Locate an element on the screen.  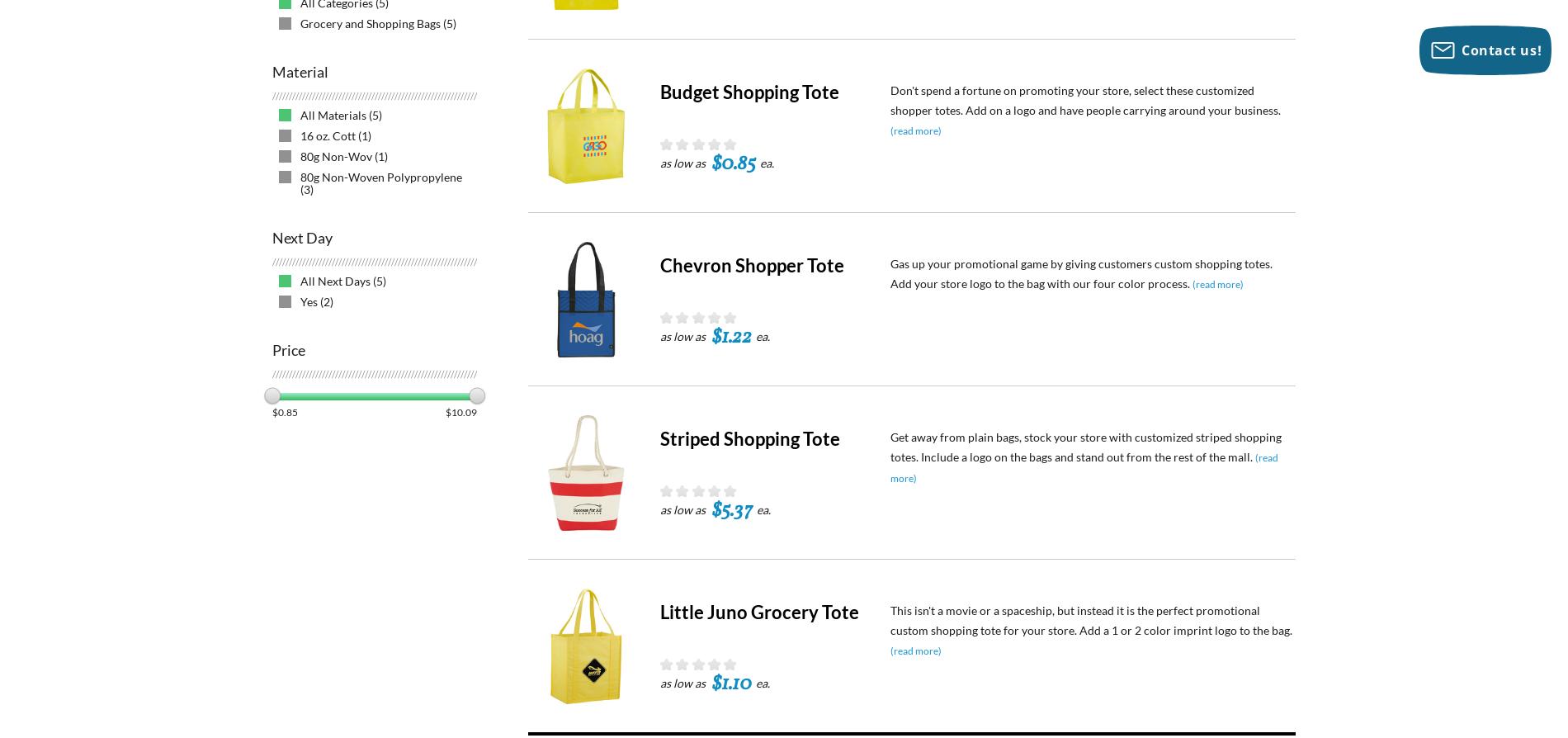
'80g Non-Wov (1)' is located at coordinates (343, 156).